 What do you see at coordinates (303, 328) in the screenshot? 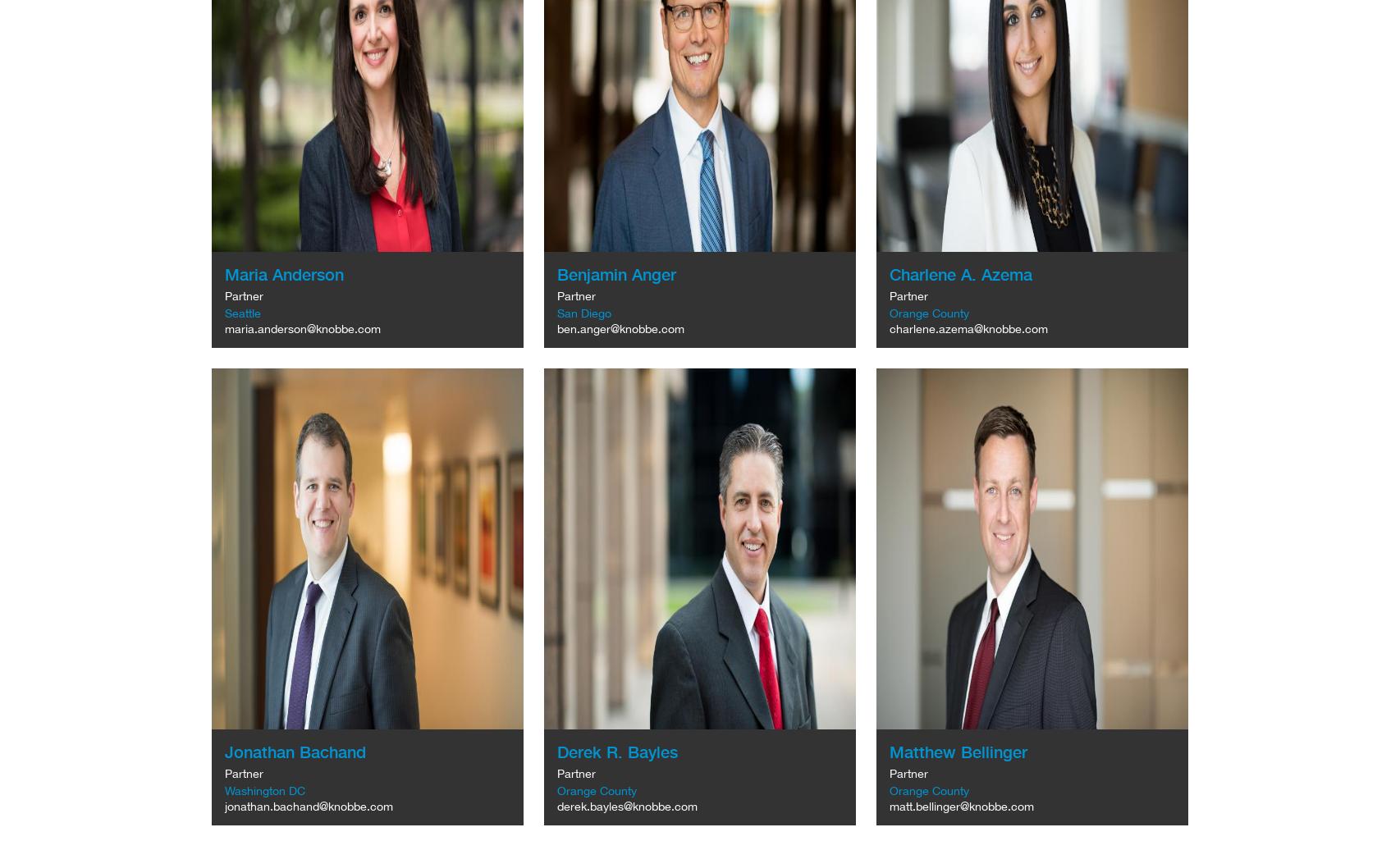
I see `'maria.anderson@knobbe.com'` at bounding box center [303, 328].